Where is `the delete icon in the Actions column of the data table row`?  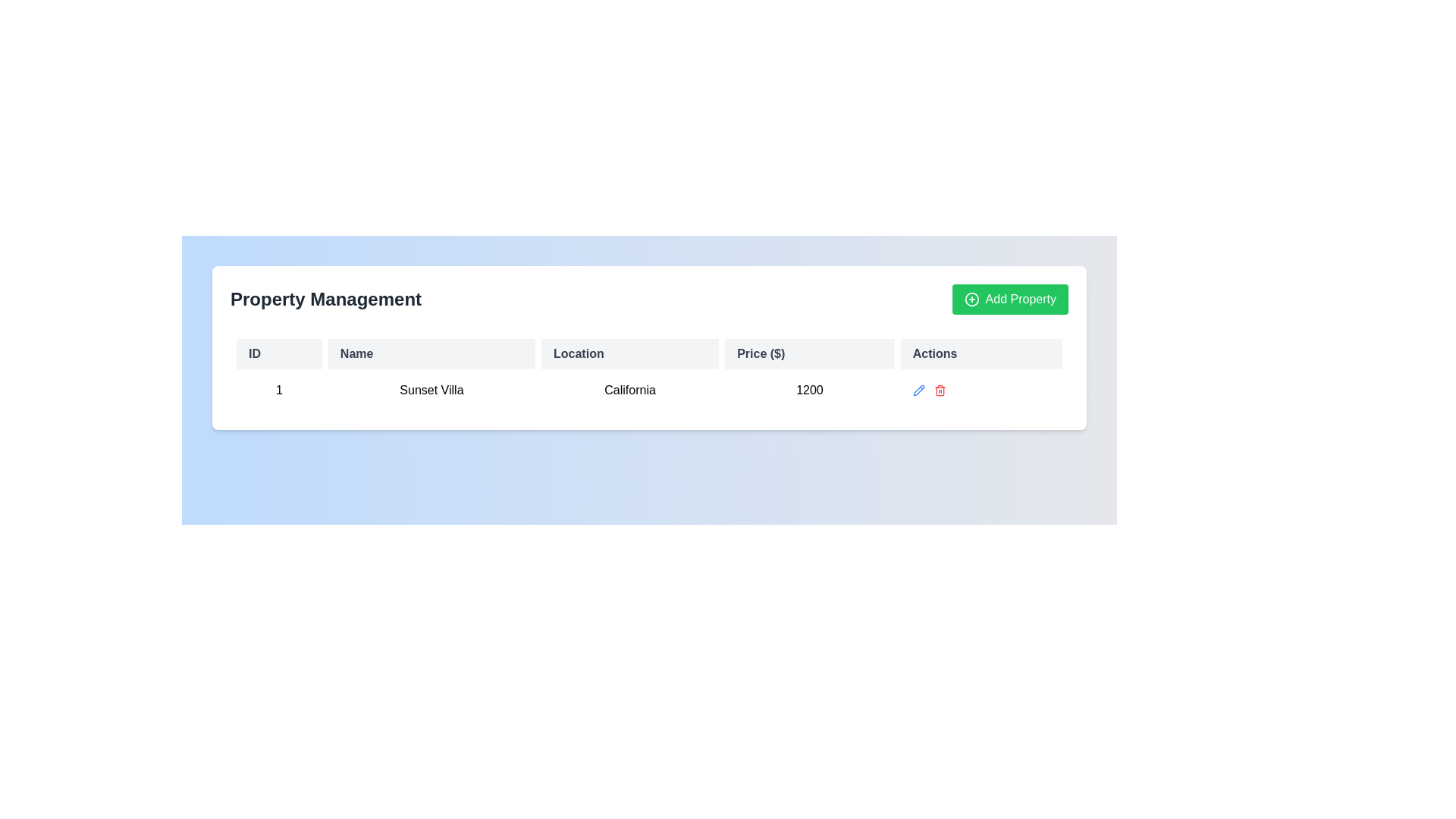
the delete icon in the Actions column of the data table row is located at coordinates (939, 390).